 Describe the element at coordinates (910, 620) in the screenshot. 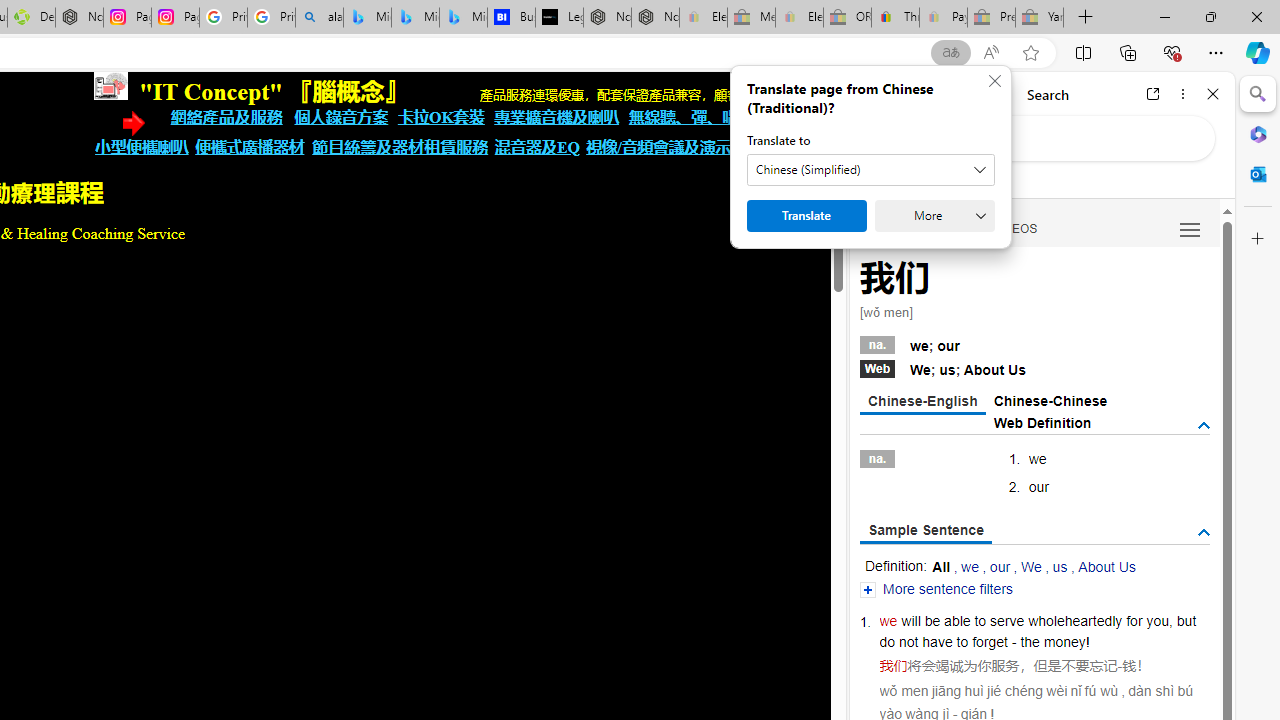

I see `'will'` at that location.